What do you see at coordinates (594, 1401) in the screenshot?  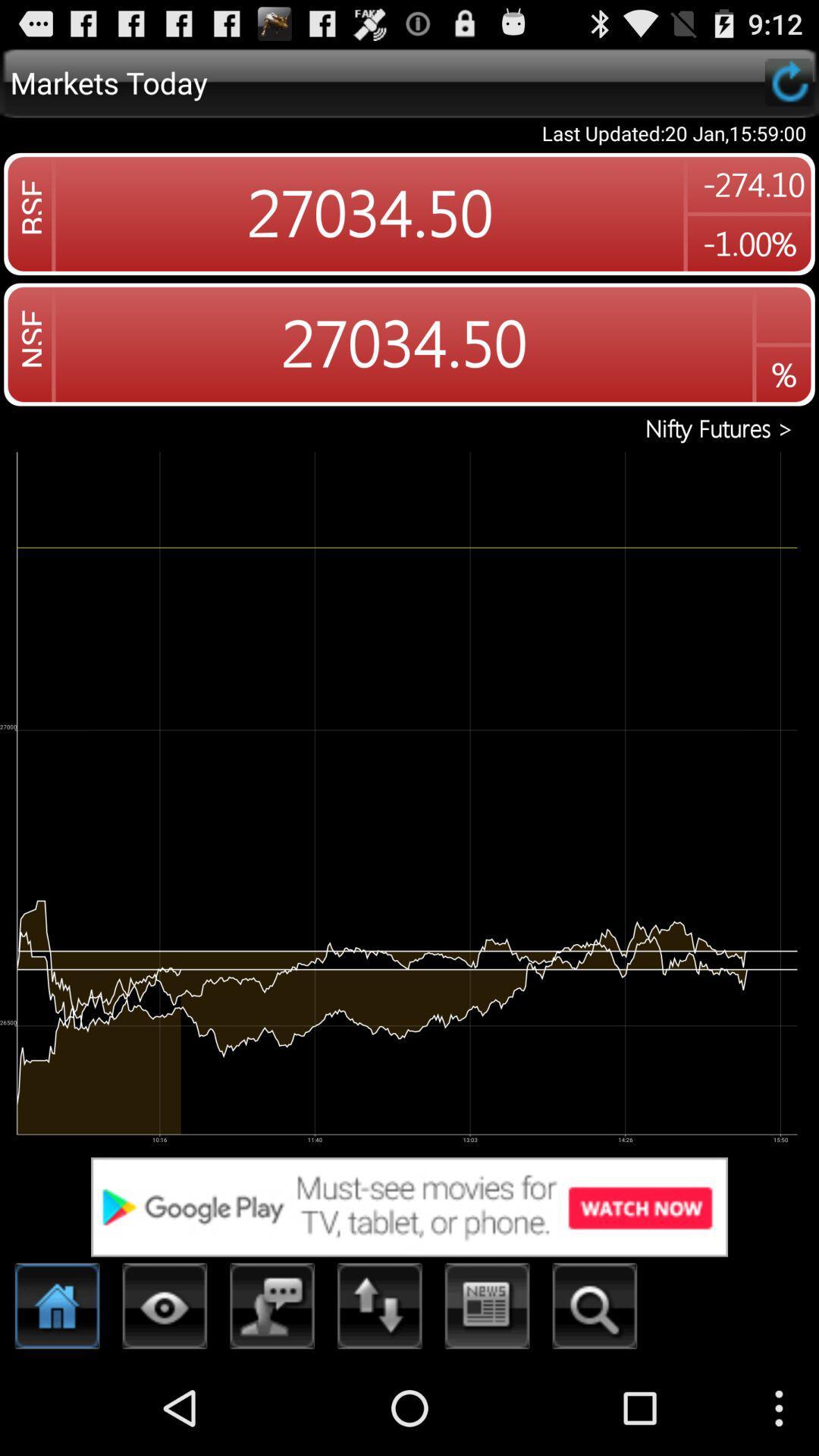 I see `the search icon` at bounding box center [594, 1401].